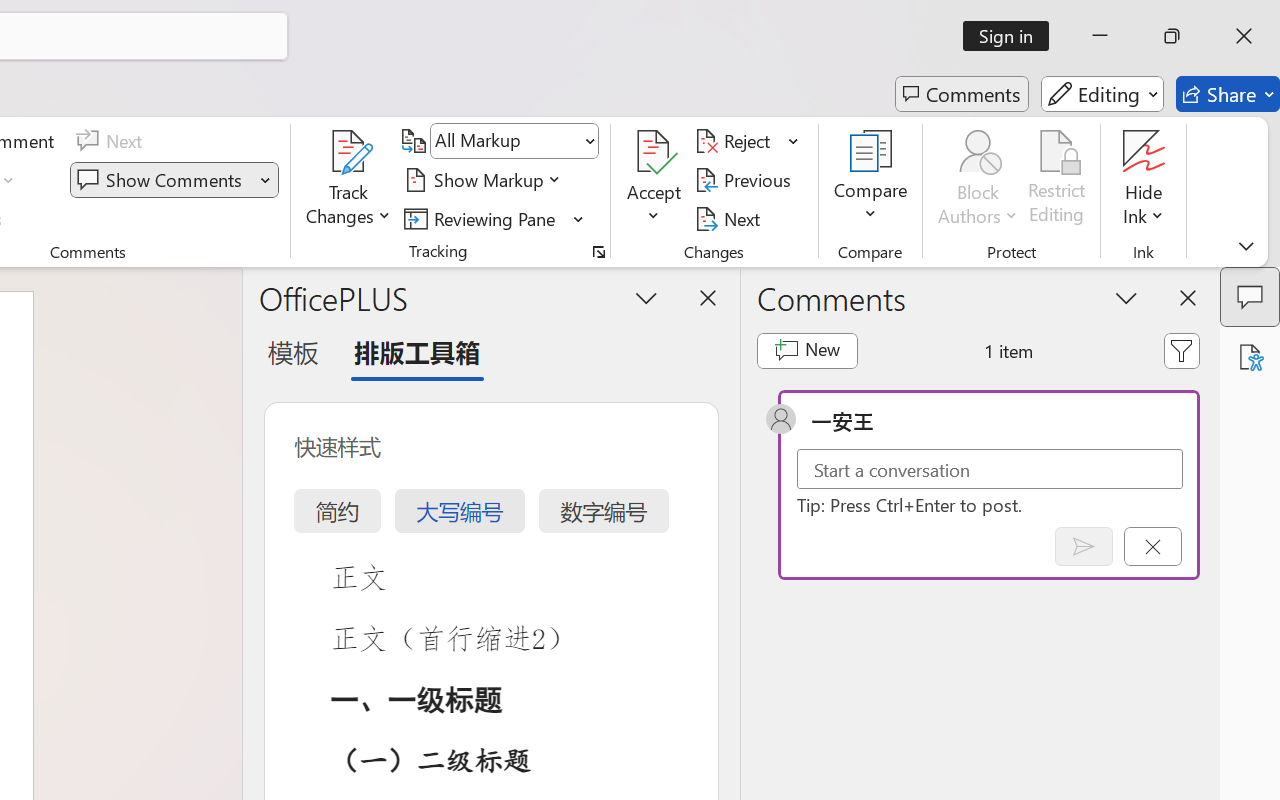 This screenshot has height=800, width=1280. I want to click on 'Post comment (Ctrl + Enter)', so click(1083, 546).